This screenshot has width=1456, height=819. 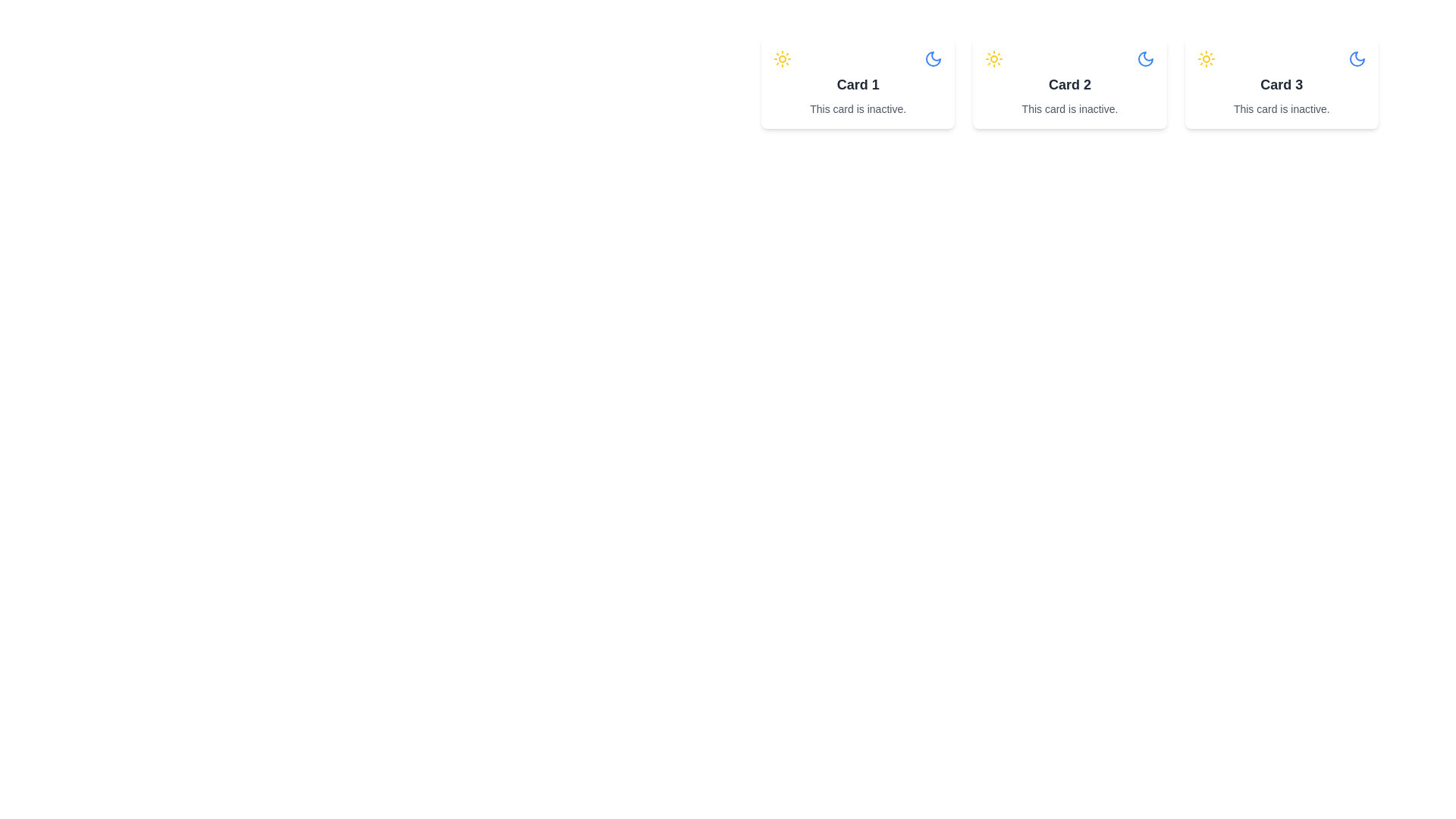 I want to click on the status message text indicating the card's inactivity, which is located at the bottom of 'Card 3', so click(x=1281, y=108).